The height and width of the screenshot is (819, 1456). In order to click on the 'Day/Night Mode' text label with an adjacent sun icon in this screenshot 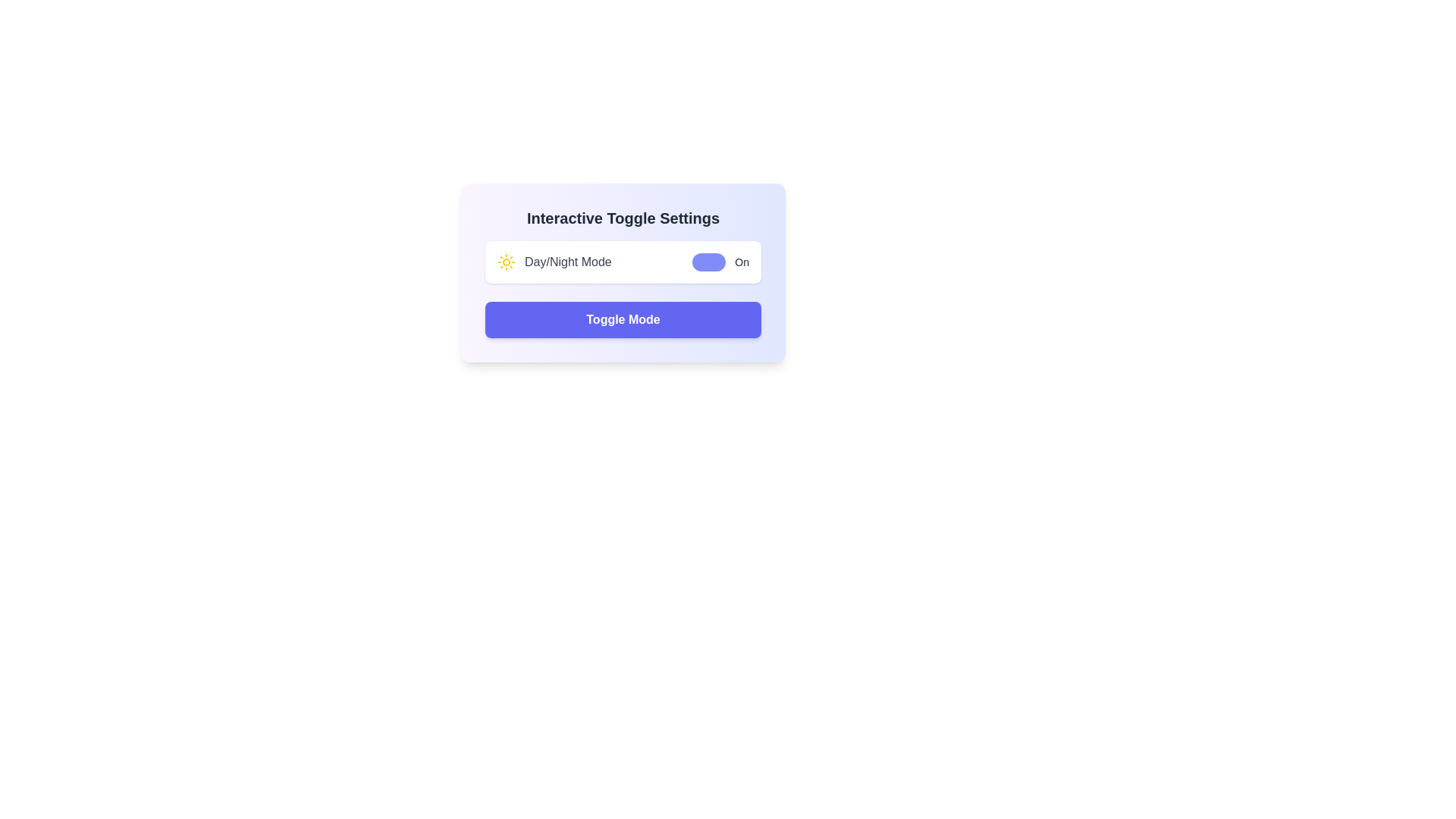, I will do `click(554, 262)`.